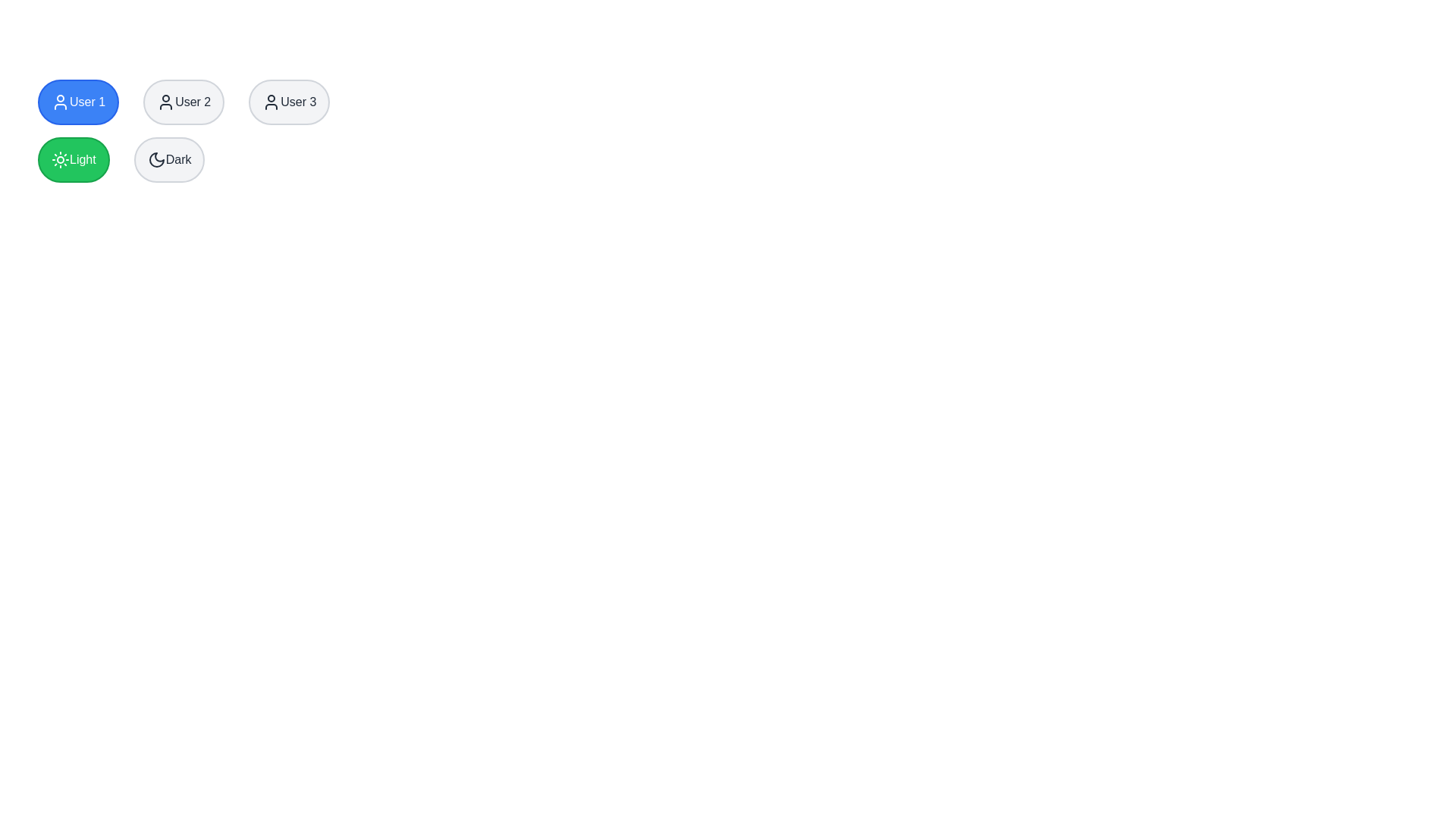 The height and width of the screenshot is (819, 1456). I want to click on the crescent moon icon inside the 'Dark' button, which is located in the lower row to the right of the 'Light' button, so click(156, 160).